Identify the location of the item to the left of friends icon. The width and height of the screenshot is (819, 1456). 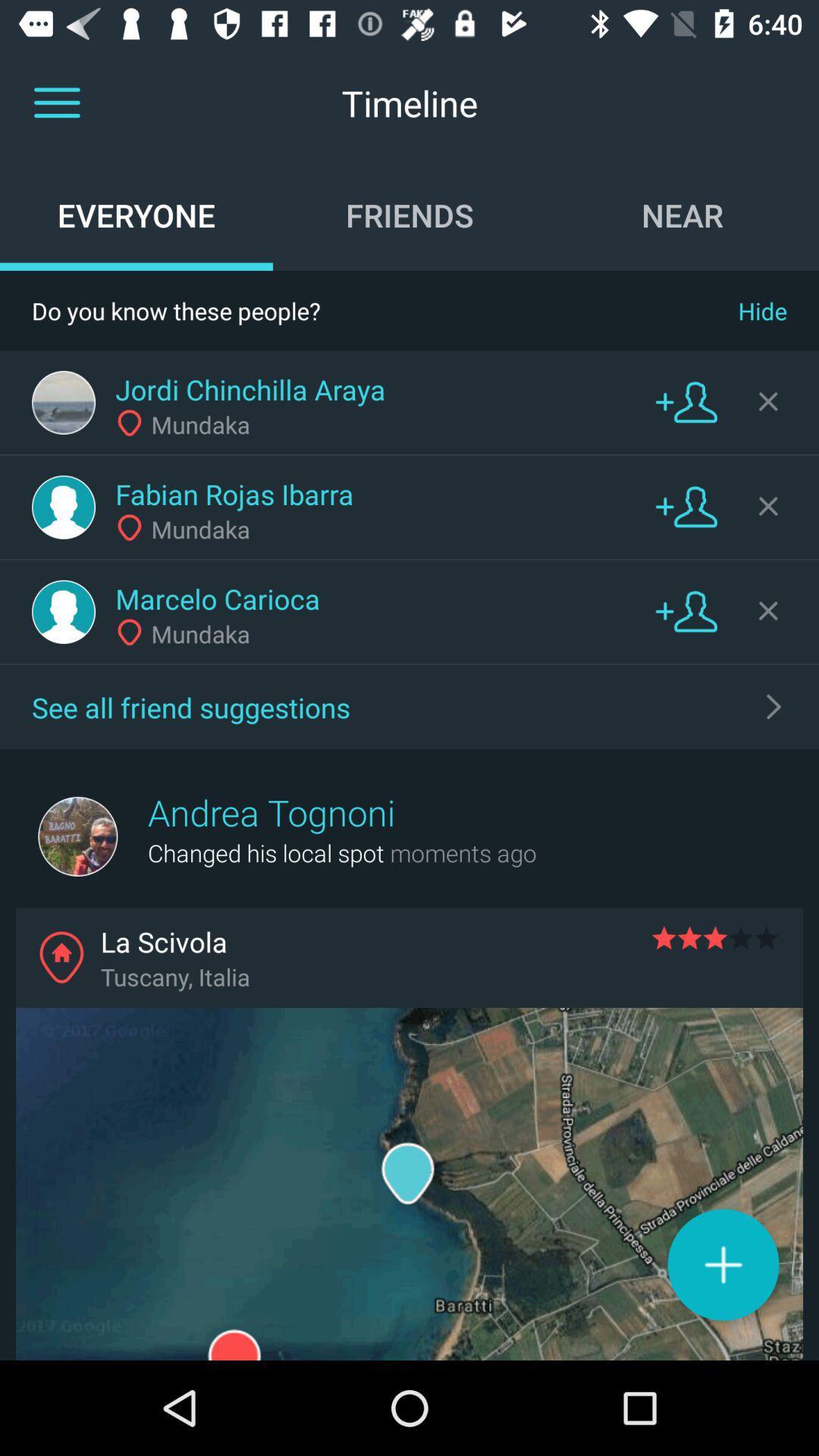
(136, 214).